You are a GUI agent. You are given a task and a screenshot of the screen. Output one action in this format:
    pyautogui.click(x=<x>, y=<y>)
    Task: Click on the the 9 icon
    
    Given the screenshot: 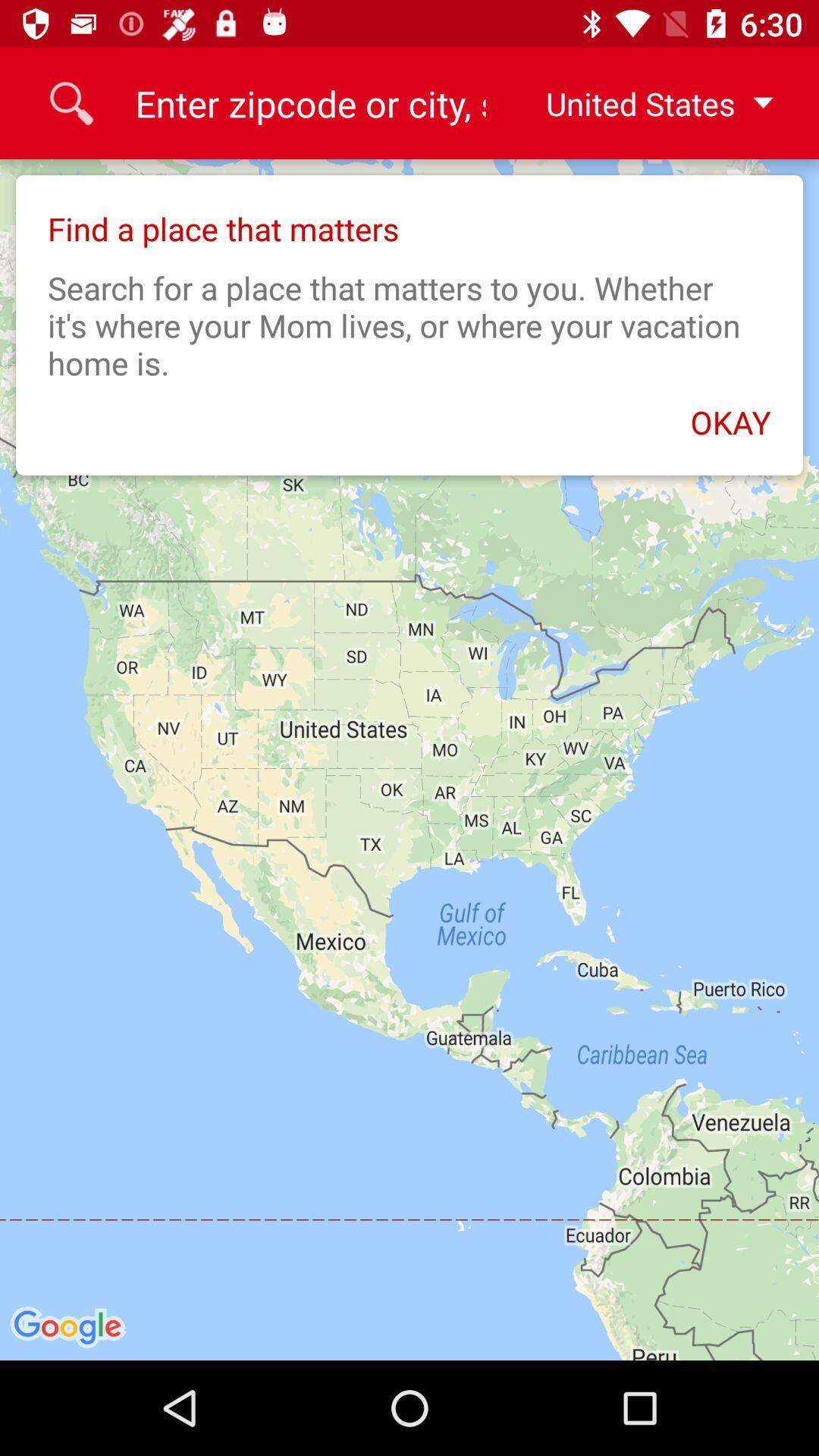 What is the action you would take?
    pyautogui.click(x=309, y=102)
    